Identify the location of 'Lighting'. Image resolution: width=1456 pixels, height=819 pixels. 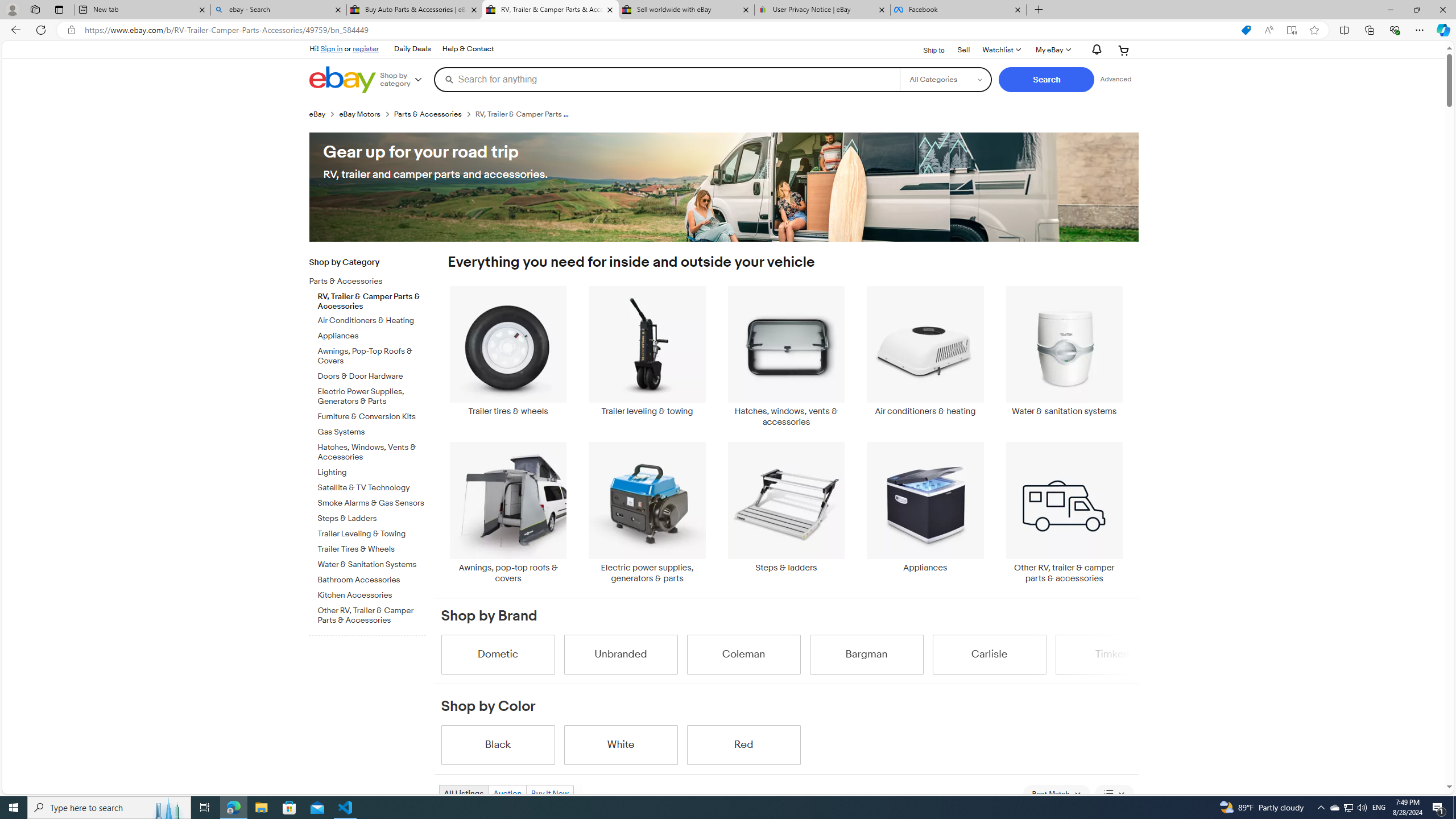
(371, 470).